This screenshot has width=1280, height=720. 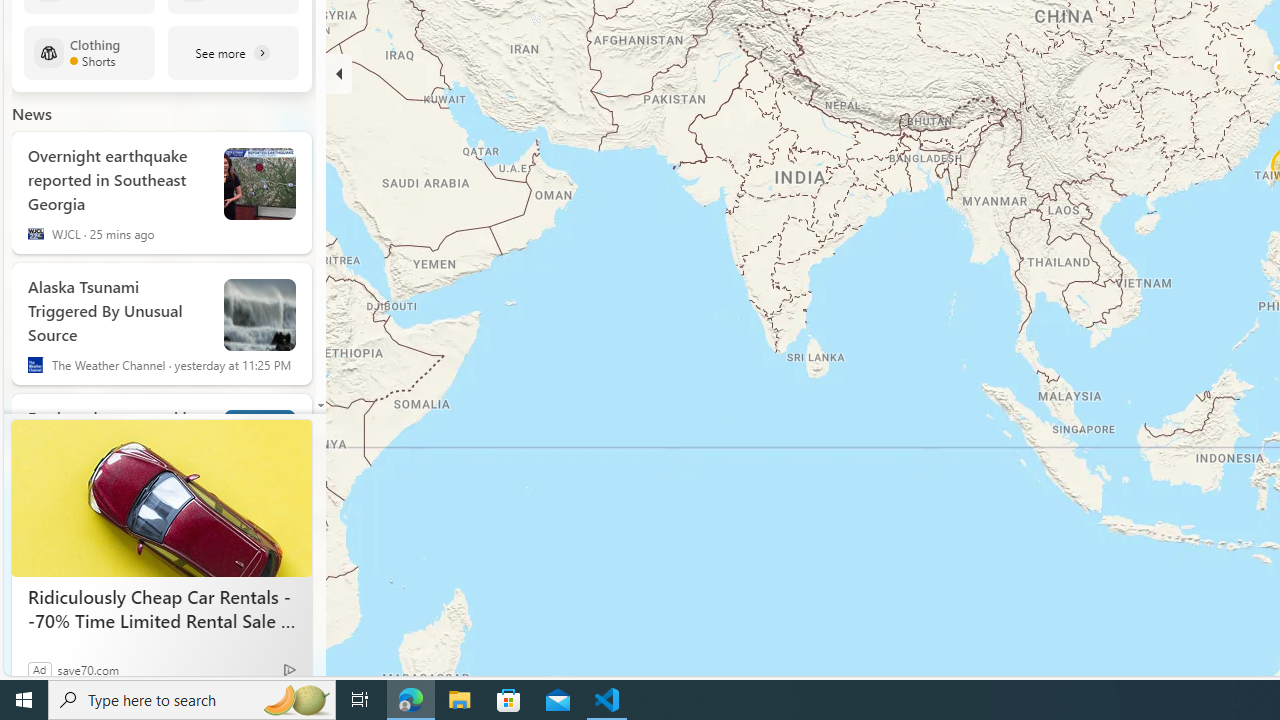 I want to click on 'Ad', so click(x=40, y=669).